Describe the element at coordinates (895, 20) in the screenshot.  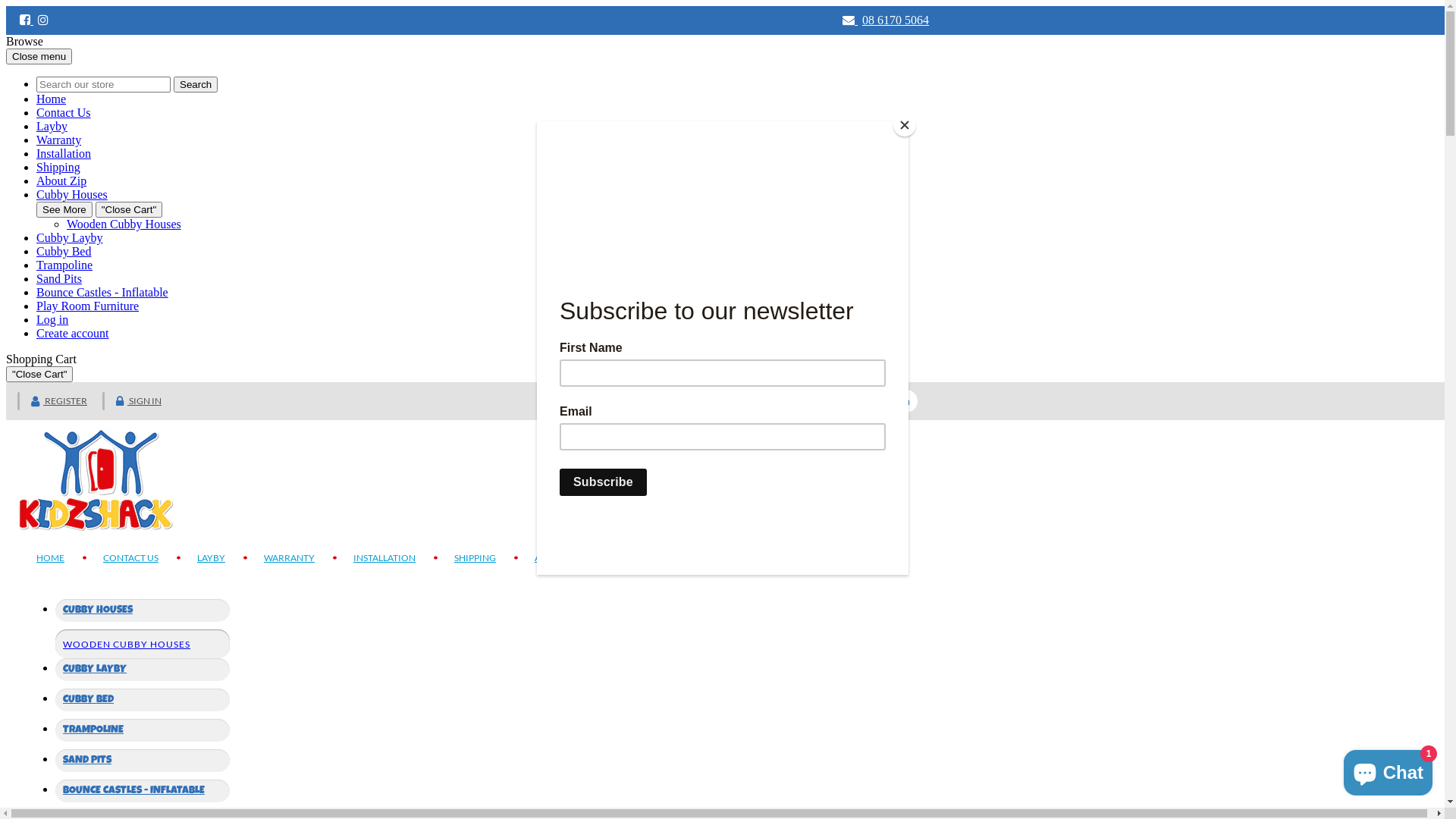
I see `'08 6170 5064'` at that location.